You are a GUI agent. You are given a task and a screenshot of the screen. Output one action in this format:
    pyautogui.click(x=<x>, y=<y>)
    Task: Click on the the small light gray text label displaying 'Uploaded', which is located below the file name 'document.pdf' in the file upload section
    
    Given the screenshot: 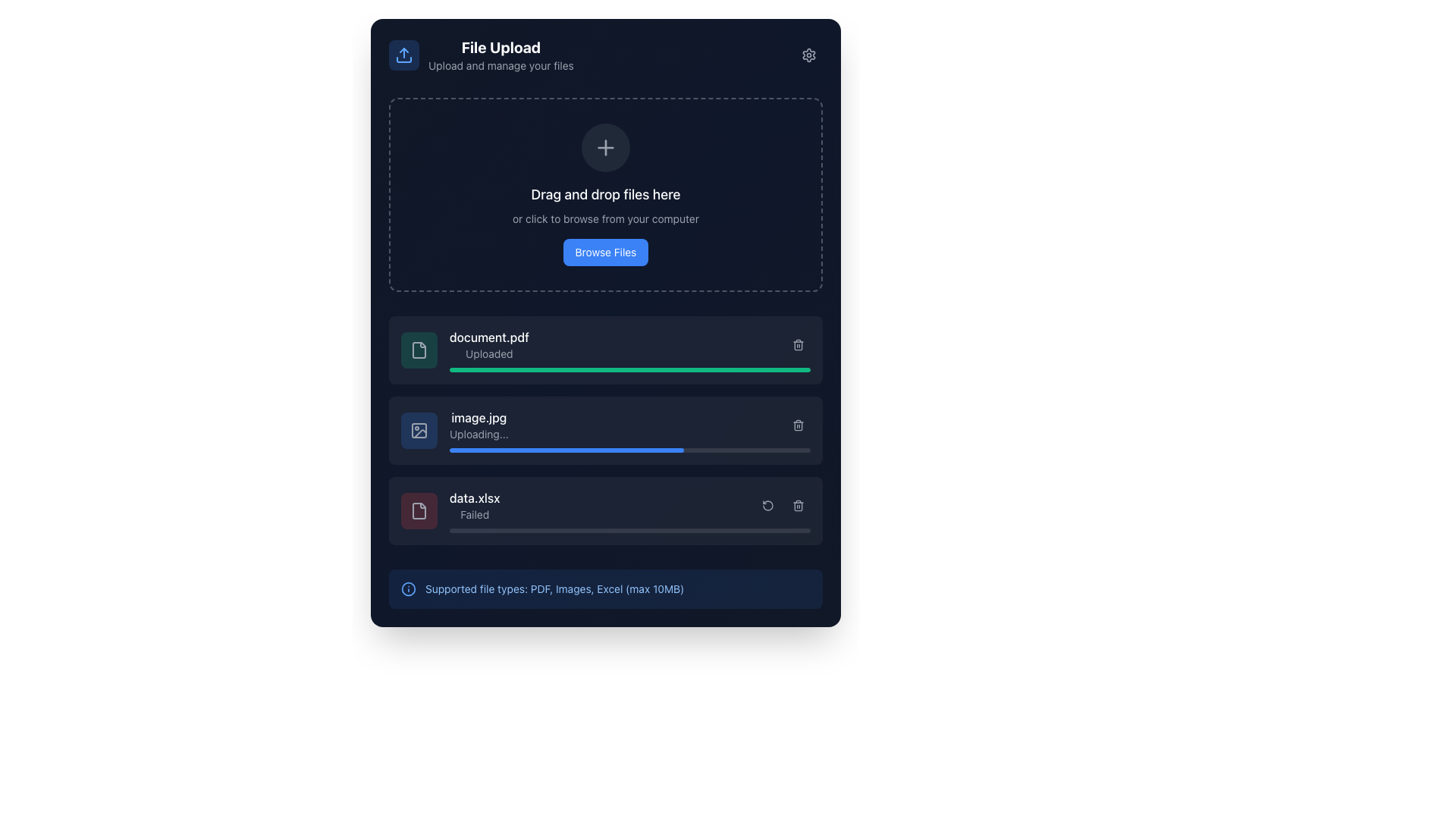 What is the action you would take?
    pyautogui.click(x=489, y=353)
    